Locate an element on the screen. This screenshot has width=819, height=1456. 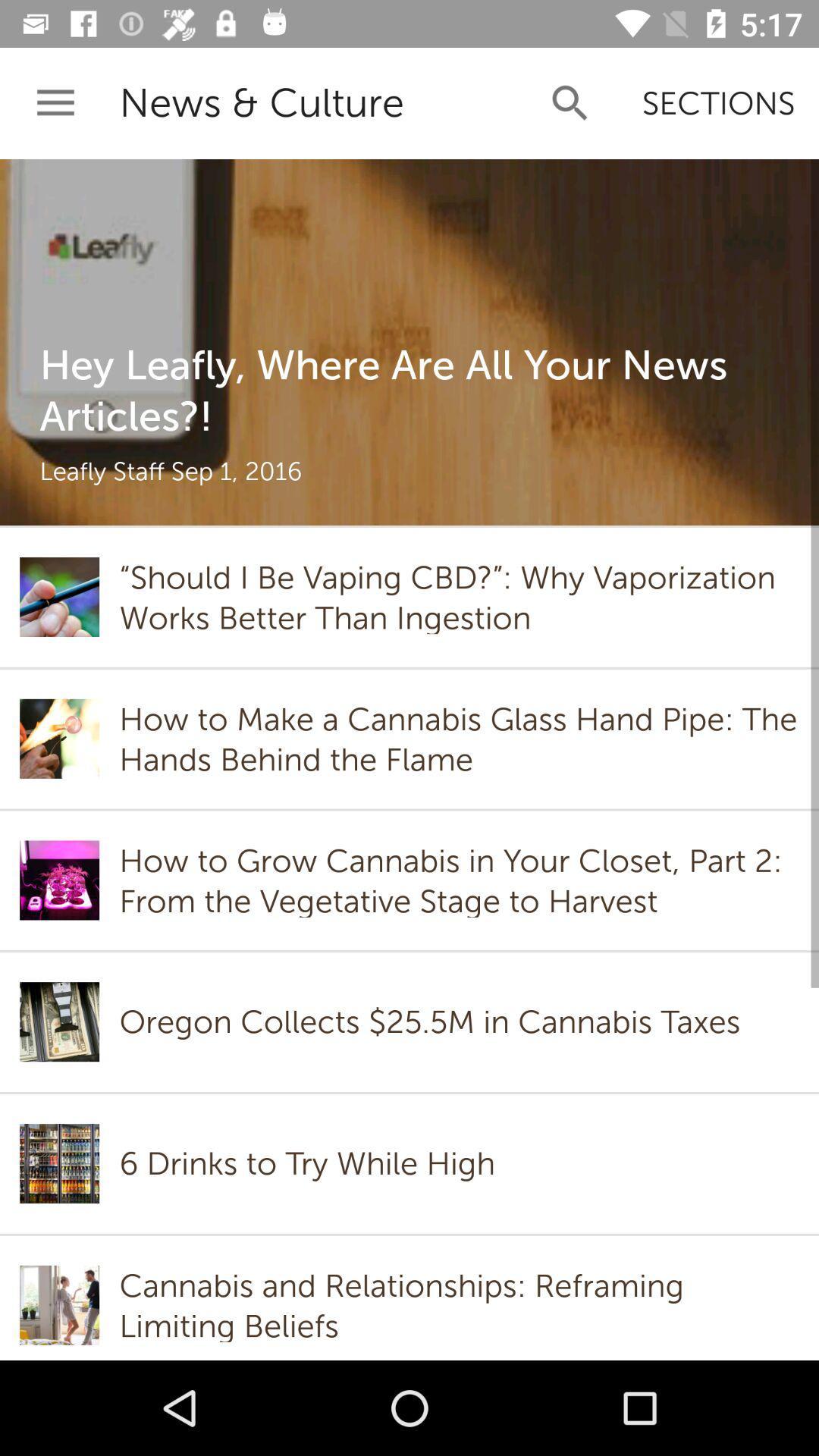
should i be icon is located at coordinates (458, 596).